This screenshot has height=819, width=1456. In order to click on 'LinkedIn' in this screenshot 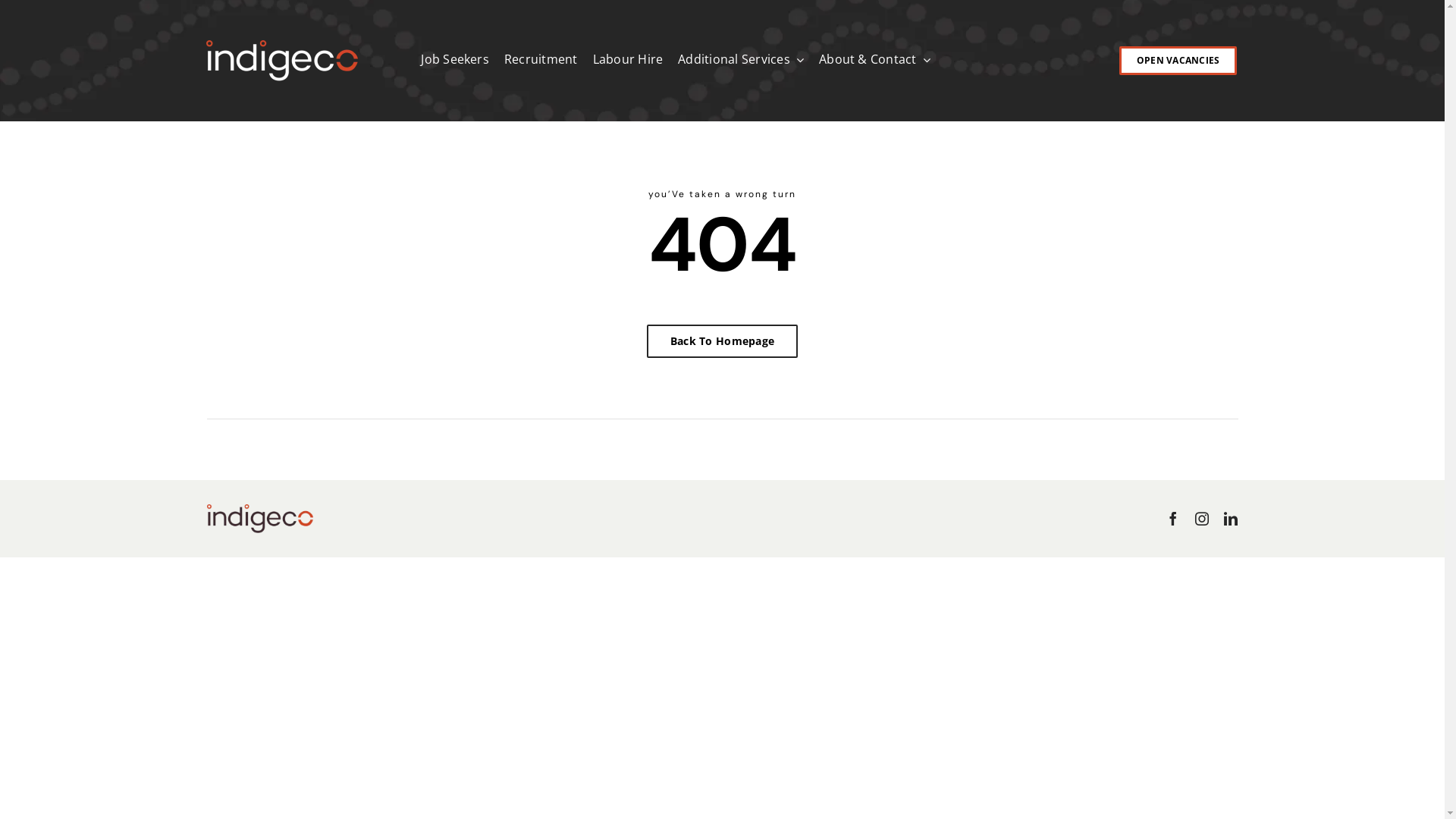, I will do `click(1230, 517)`.